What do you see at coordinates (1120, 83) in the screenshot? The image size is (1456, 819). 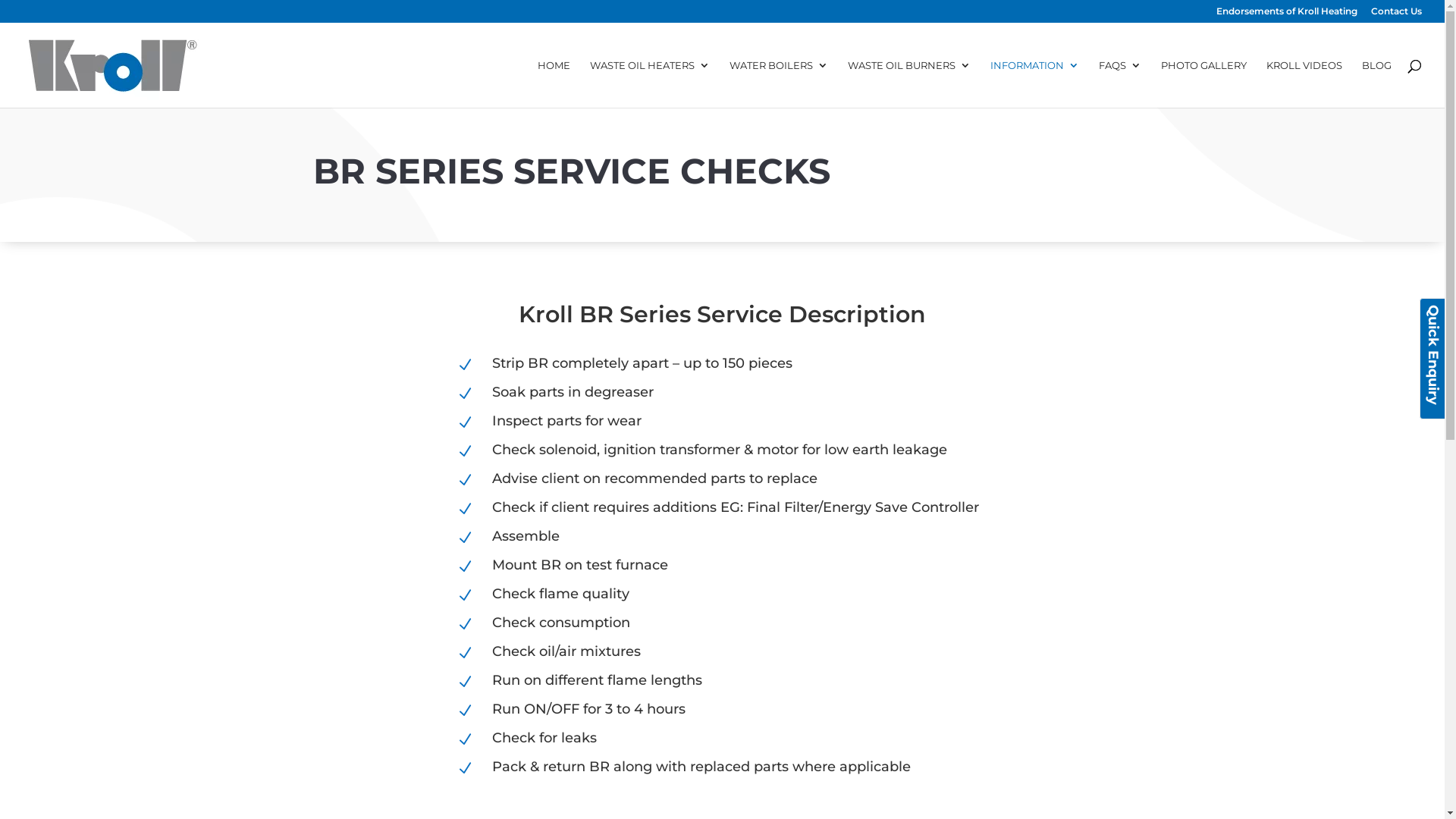 I see `'FAQS'` at bounding box center [1120, 83].